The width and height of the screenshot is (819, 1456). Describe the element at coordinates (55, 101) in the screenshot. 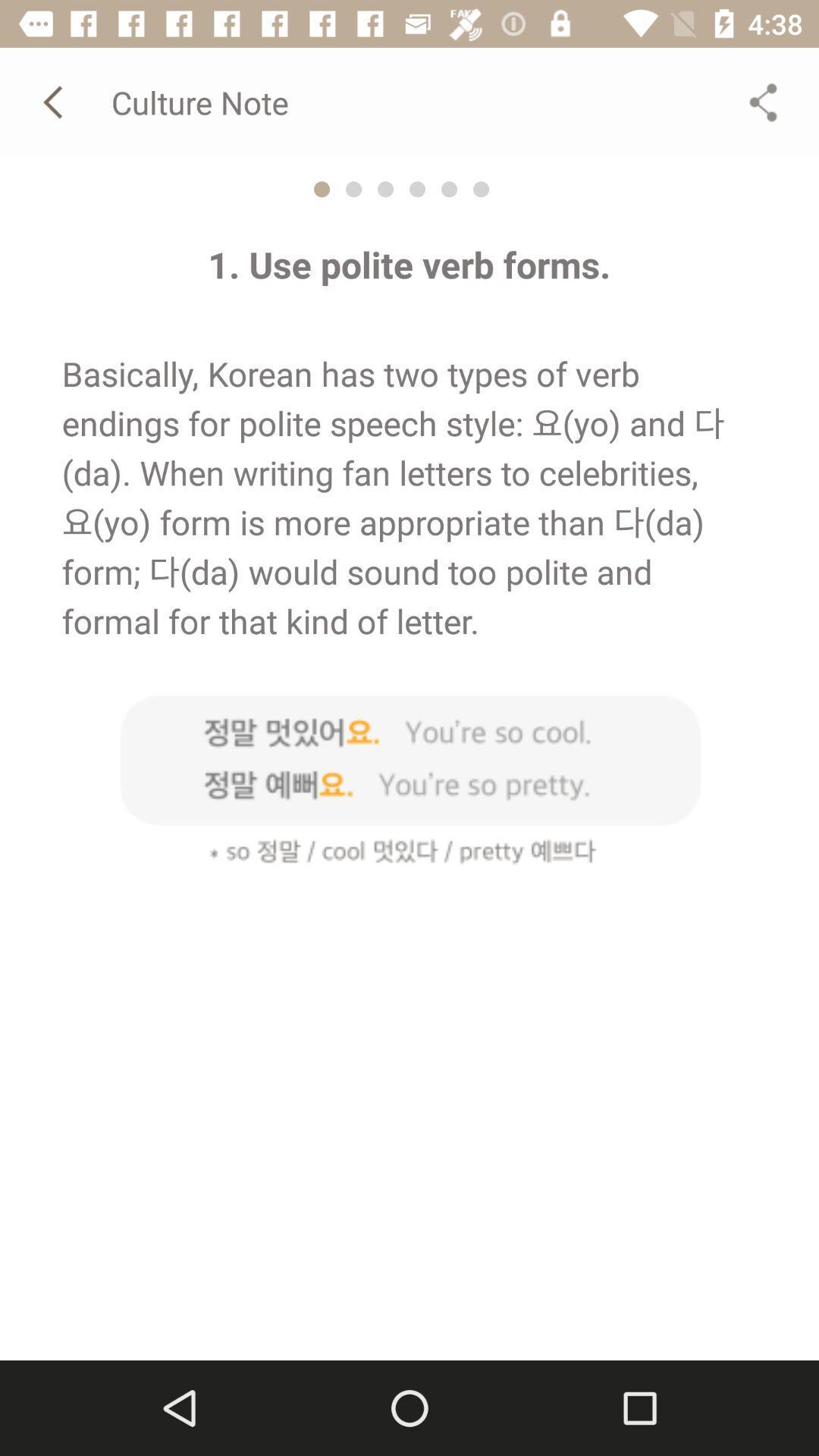

I see `the arrow_backward icon` at that location.